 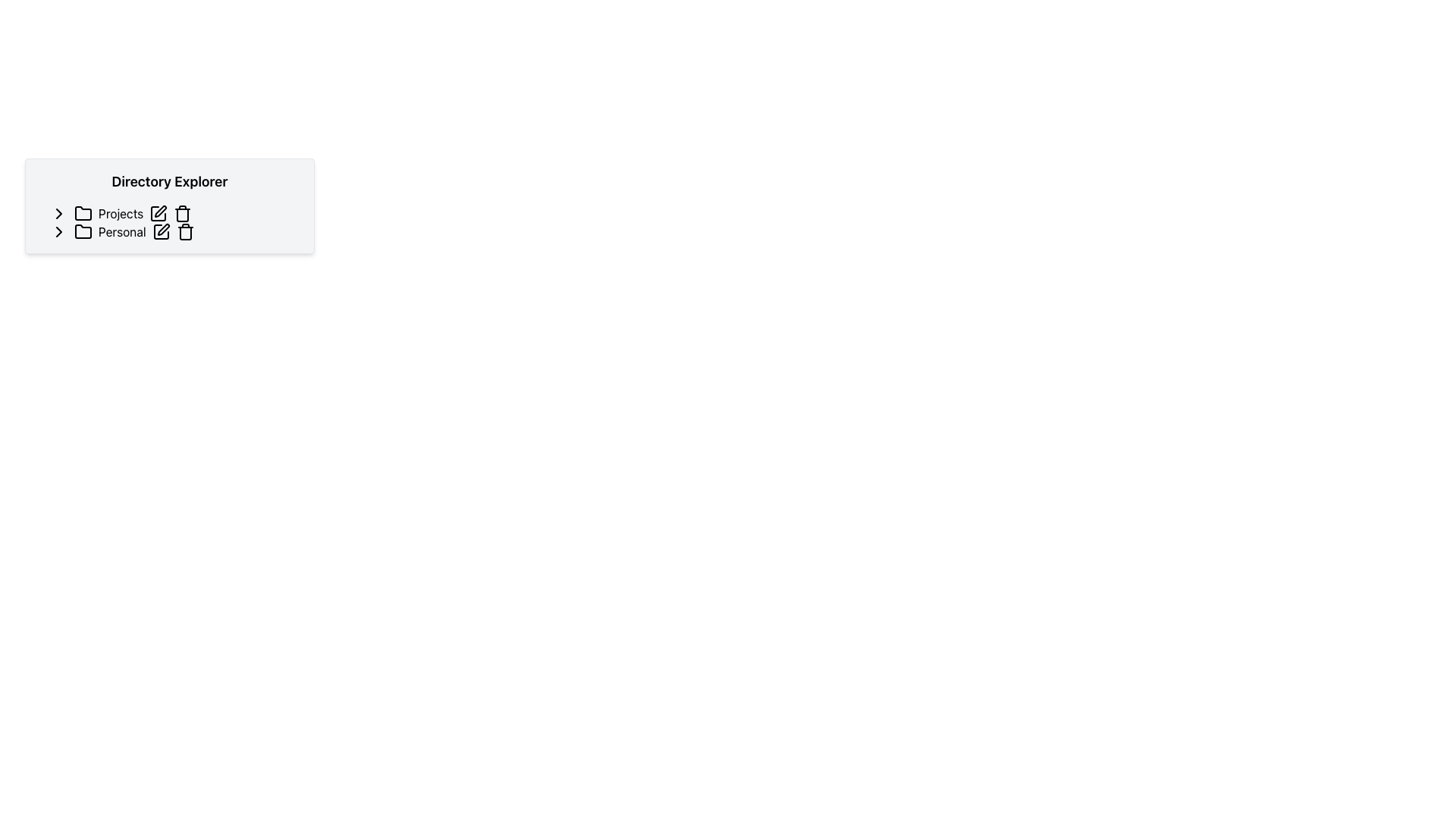 What do you see at coordinates (182, 213) in the screenshot?
I see `the delete button icon located next to the pencil icon, which allows users to remove the 'Projects' folder from the directory interface` at bounding box center [182, 213].